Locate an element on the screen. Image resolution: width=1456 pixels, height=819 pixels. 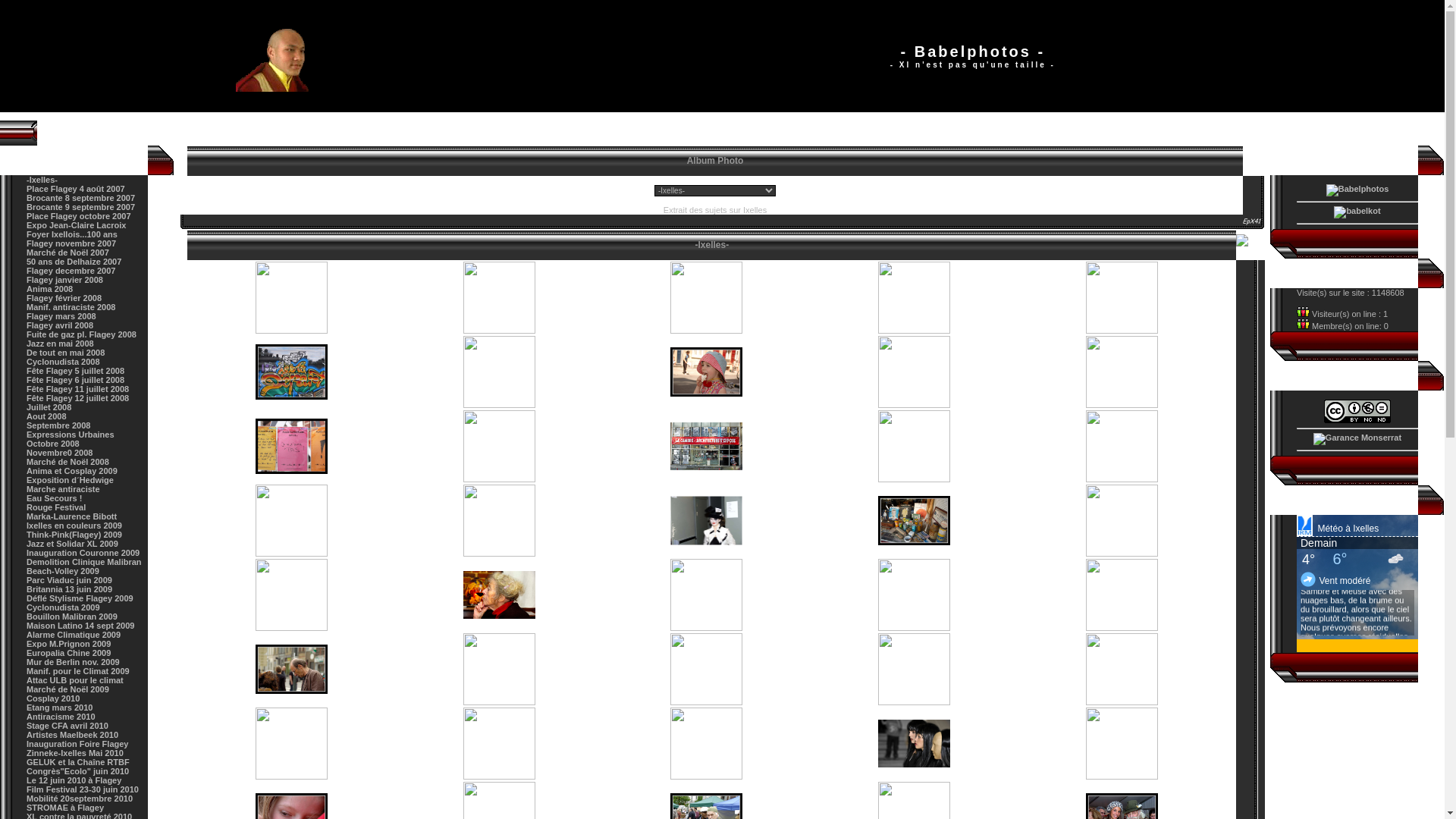
'Artistes Maelbeek 2010' is located at coordinates (71, 733).